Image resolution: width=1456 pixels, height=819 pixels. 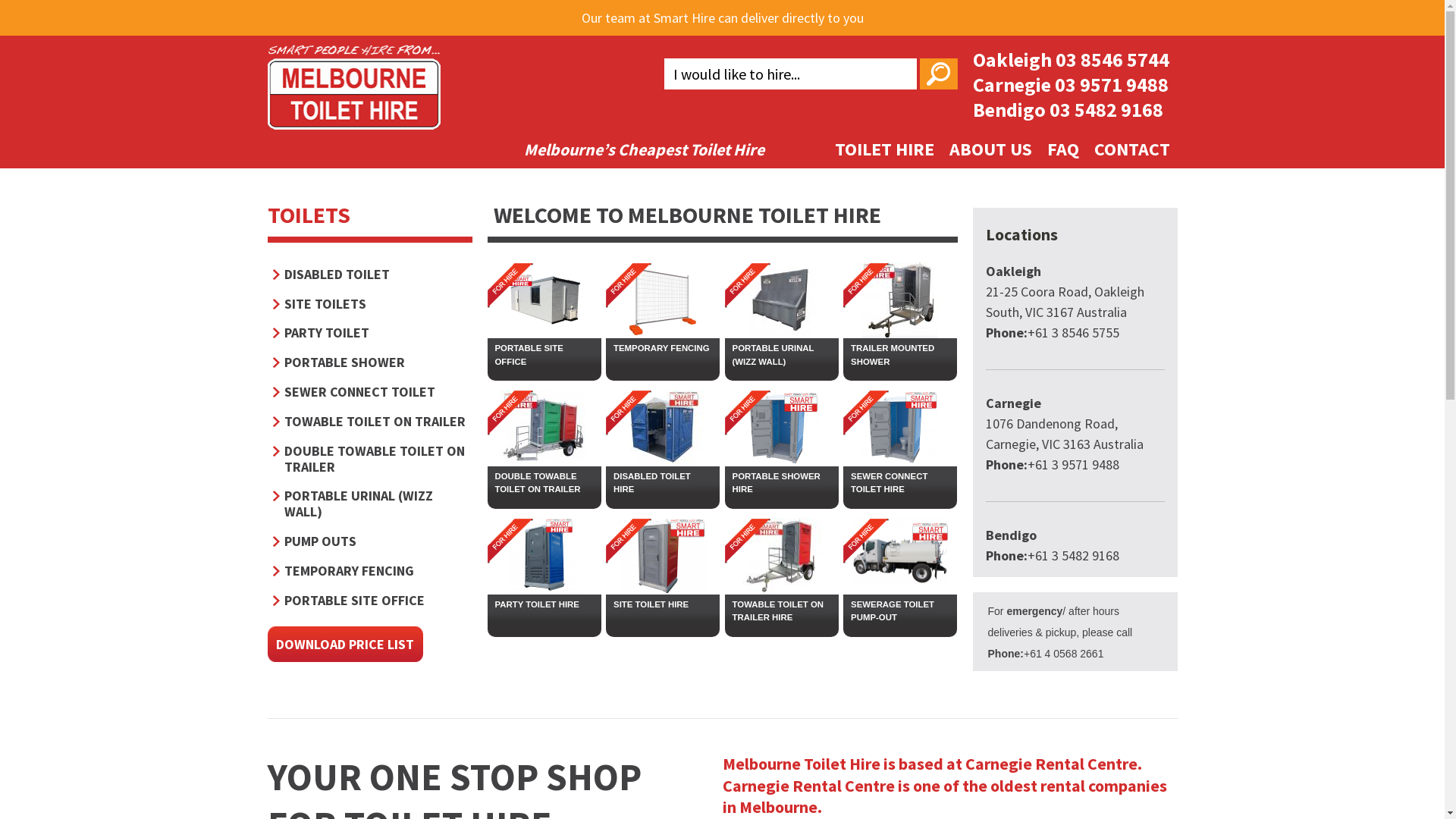 What do you see at coordinates (604, 482) in the screenshot?
I see `'DISABLED TOILET HIRE'` at bounding box center [604, 482].